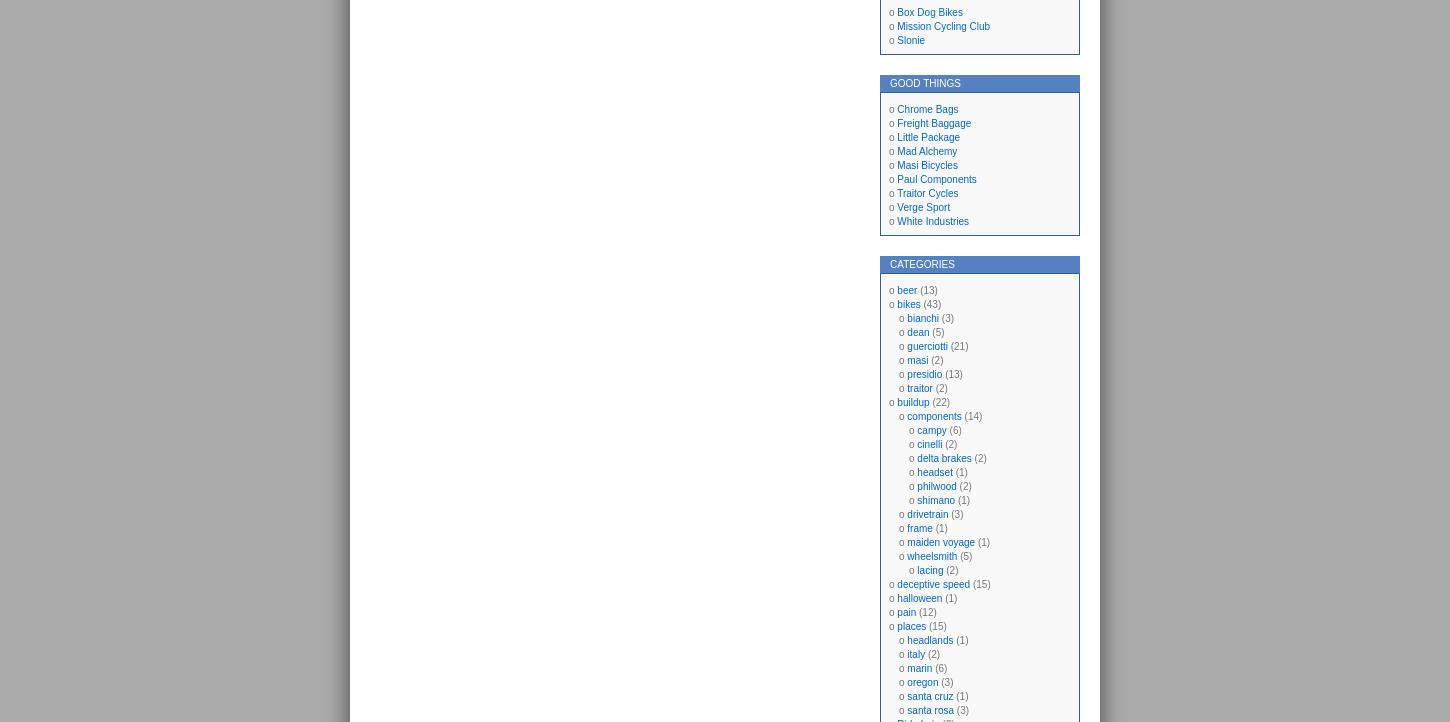 The width and height of the screenshot is (1450, 722). What do you see at coordinates (929, 569) in the screenshot?
I see `'lacing'` at bounding box center [929, 569].